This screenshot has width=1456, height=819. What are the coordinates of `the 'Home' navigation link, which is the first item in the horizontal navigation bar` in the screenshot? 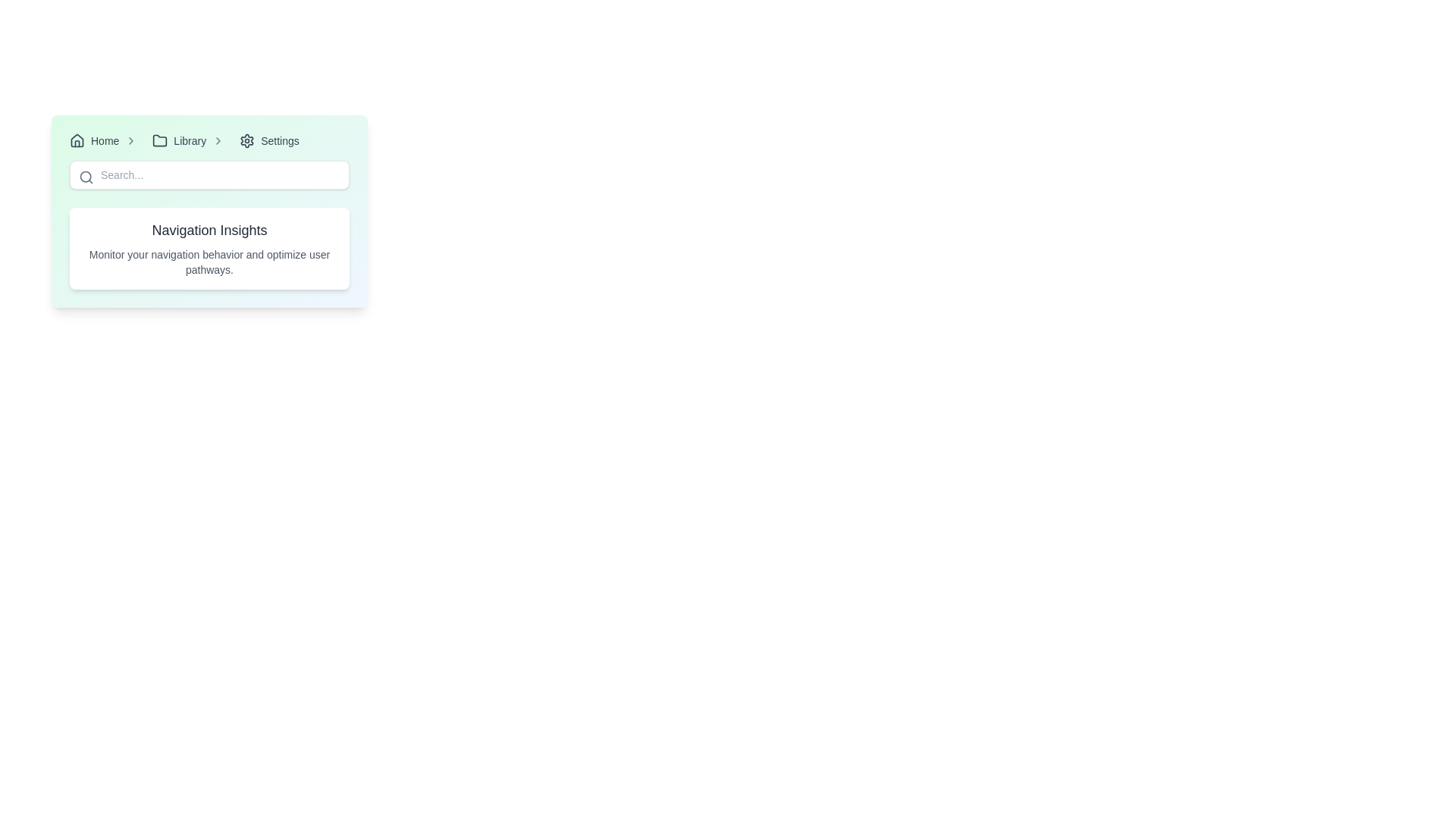 It's located at (105, 140).